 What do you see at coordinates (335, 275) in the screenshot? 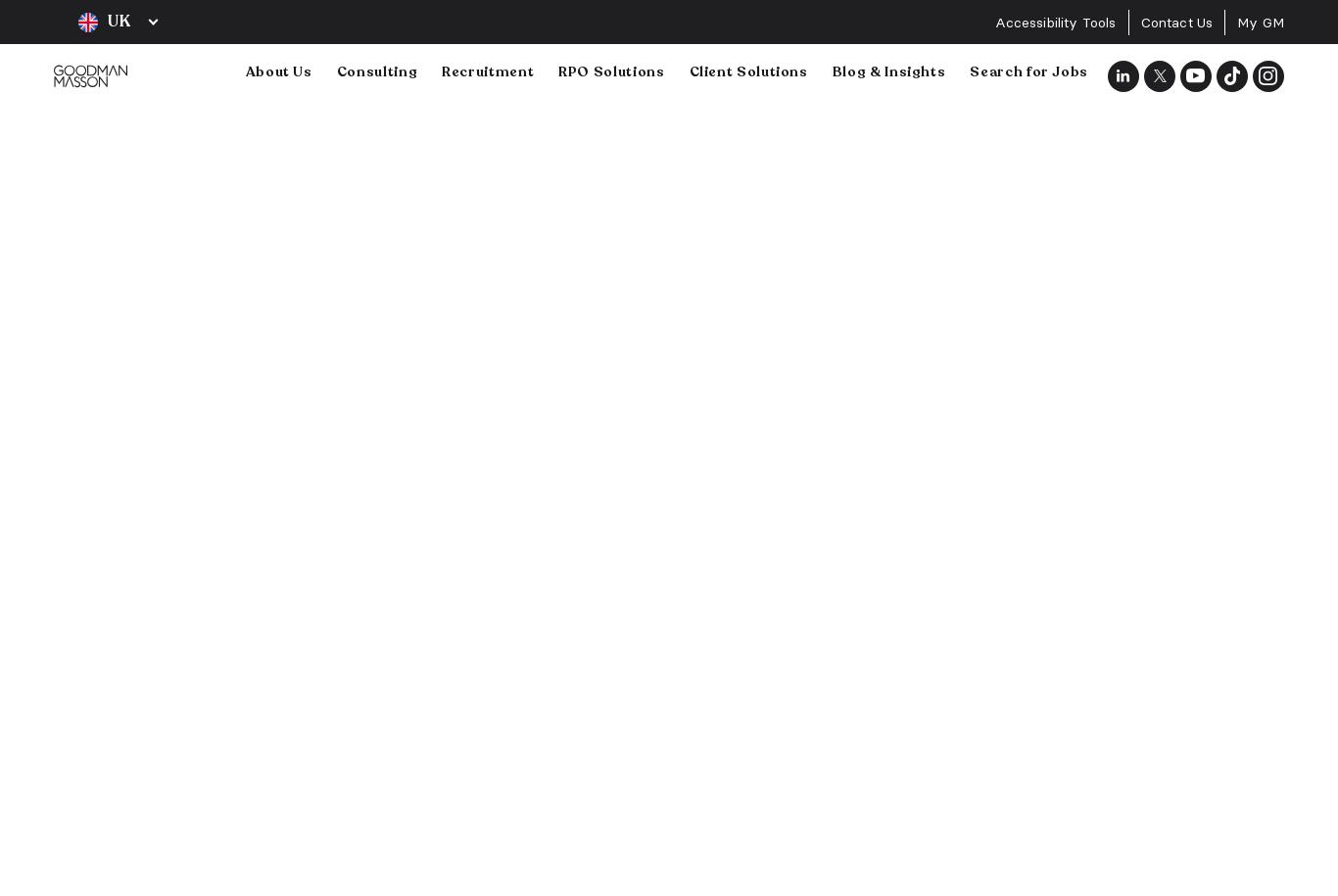
I see `'Search our jobs'` at bounding box center [335, 275].